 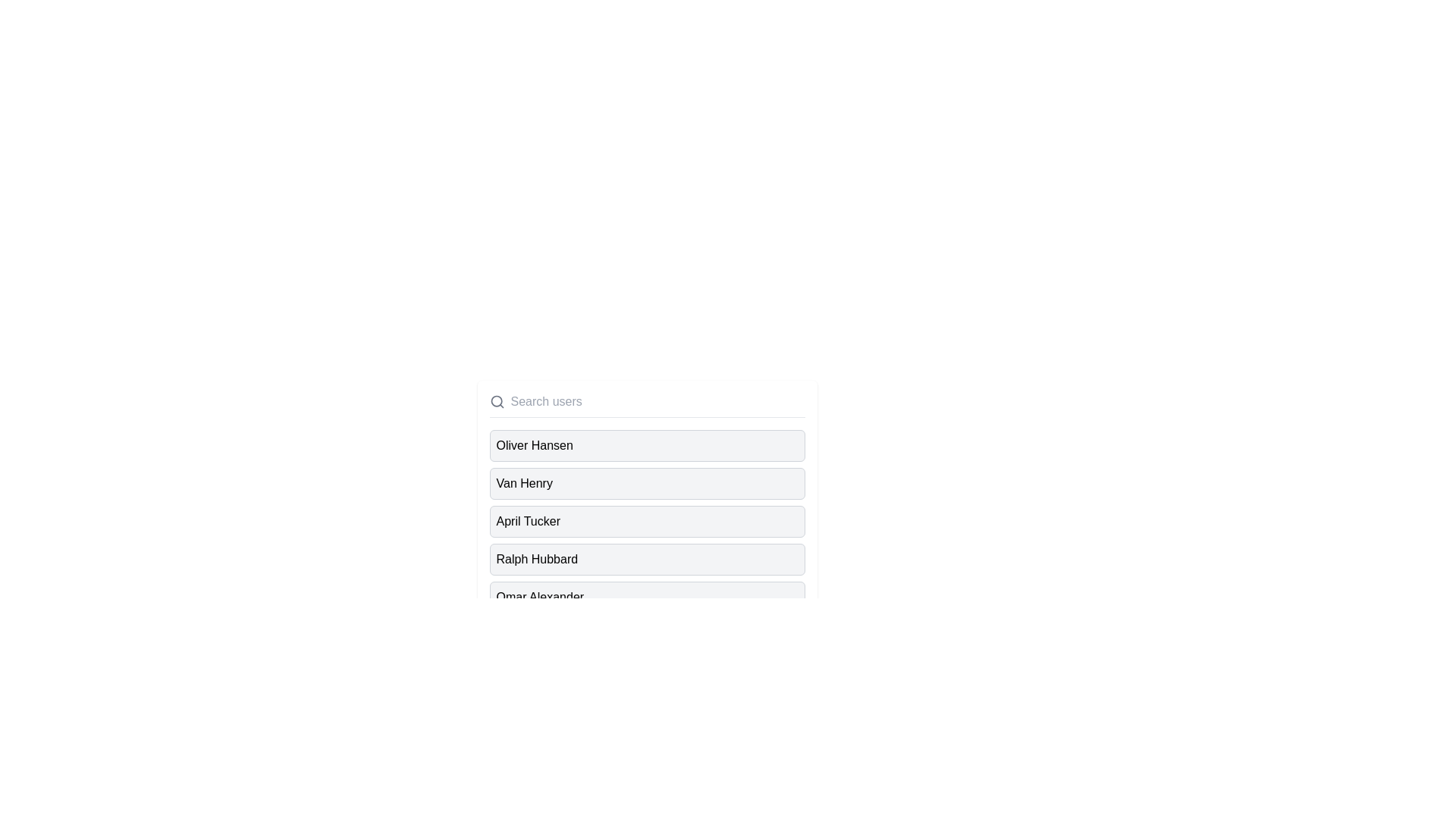 What do you see at coordinates (540, 596) in the screenshot?
I see `the fifth list item containing the text 'Omar Alexander'` at bounding box center [540, 596].